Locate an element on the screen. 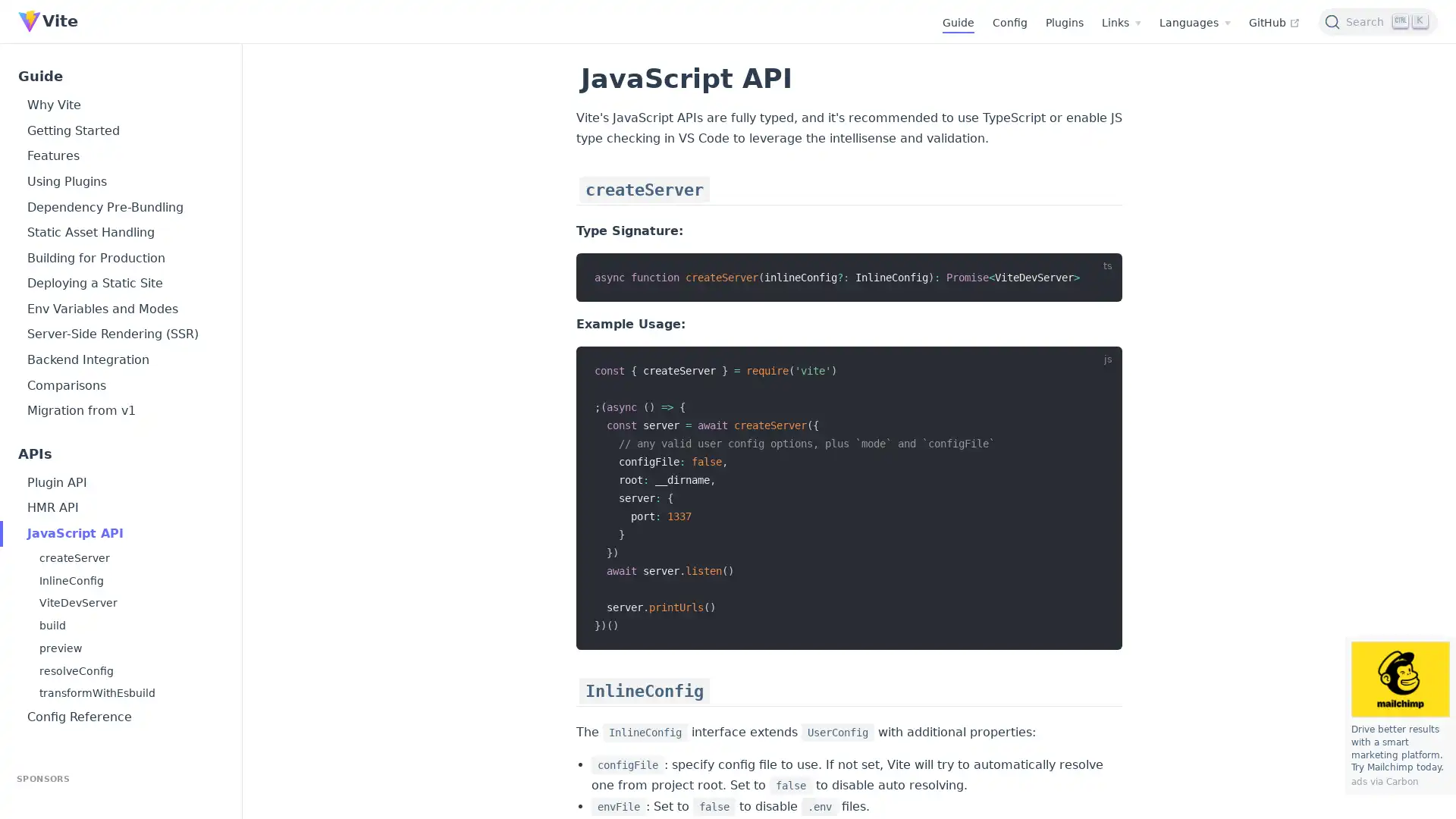 This screenshot has width=1456, height=819. Search is located at coordinates (1378, 20).